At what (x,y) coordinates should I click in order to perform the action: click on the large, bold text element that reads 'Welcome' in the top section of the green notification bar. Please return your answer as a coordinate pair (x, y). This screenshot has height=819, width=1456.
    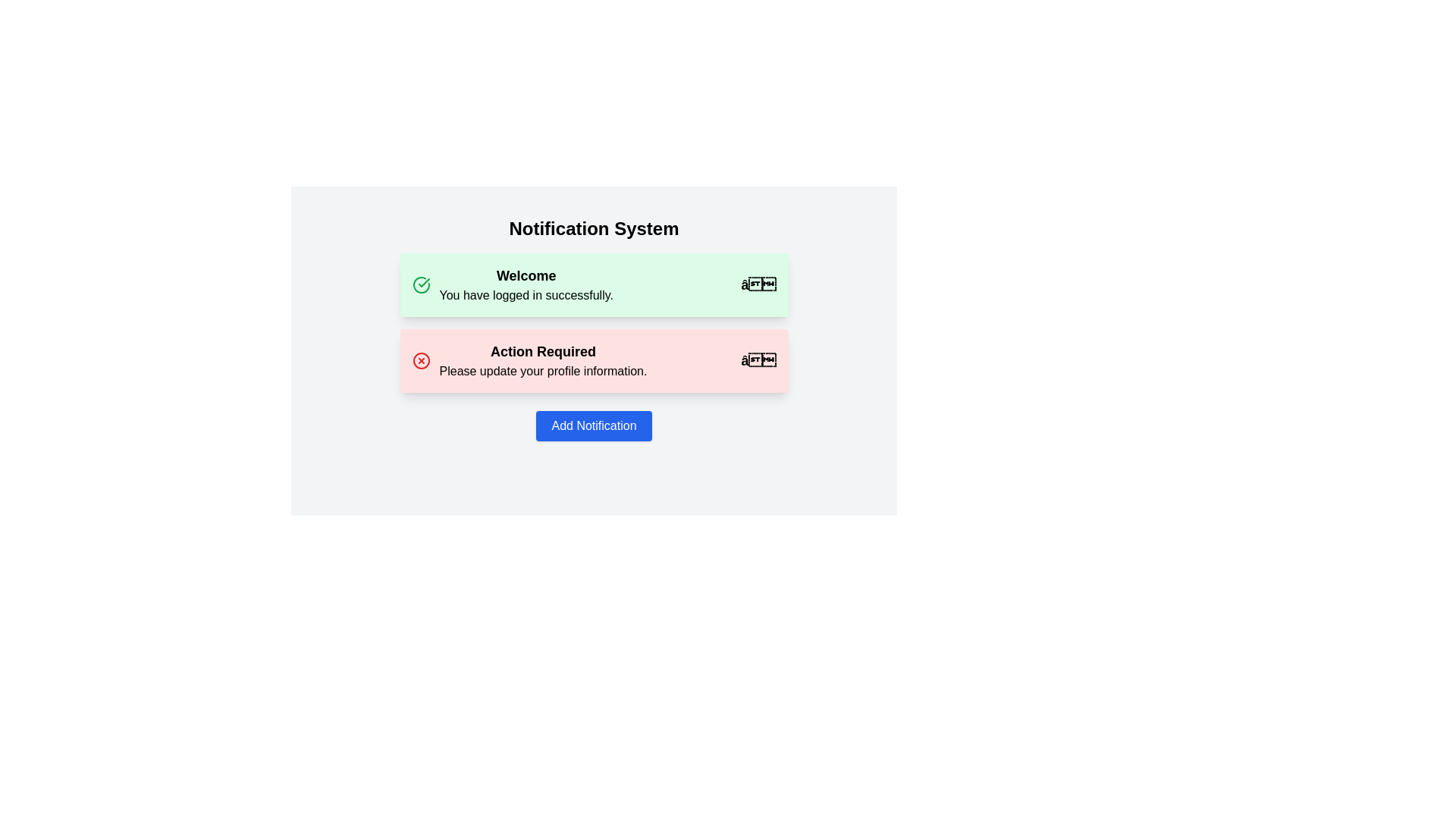
    Looking at the image, I should click on (526, 275).